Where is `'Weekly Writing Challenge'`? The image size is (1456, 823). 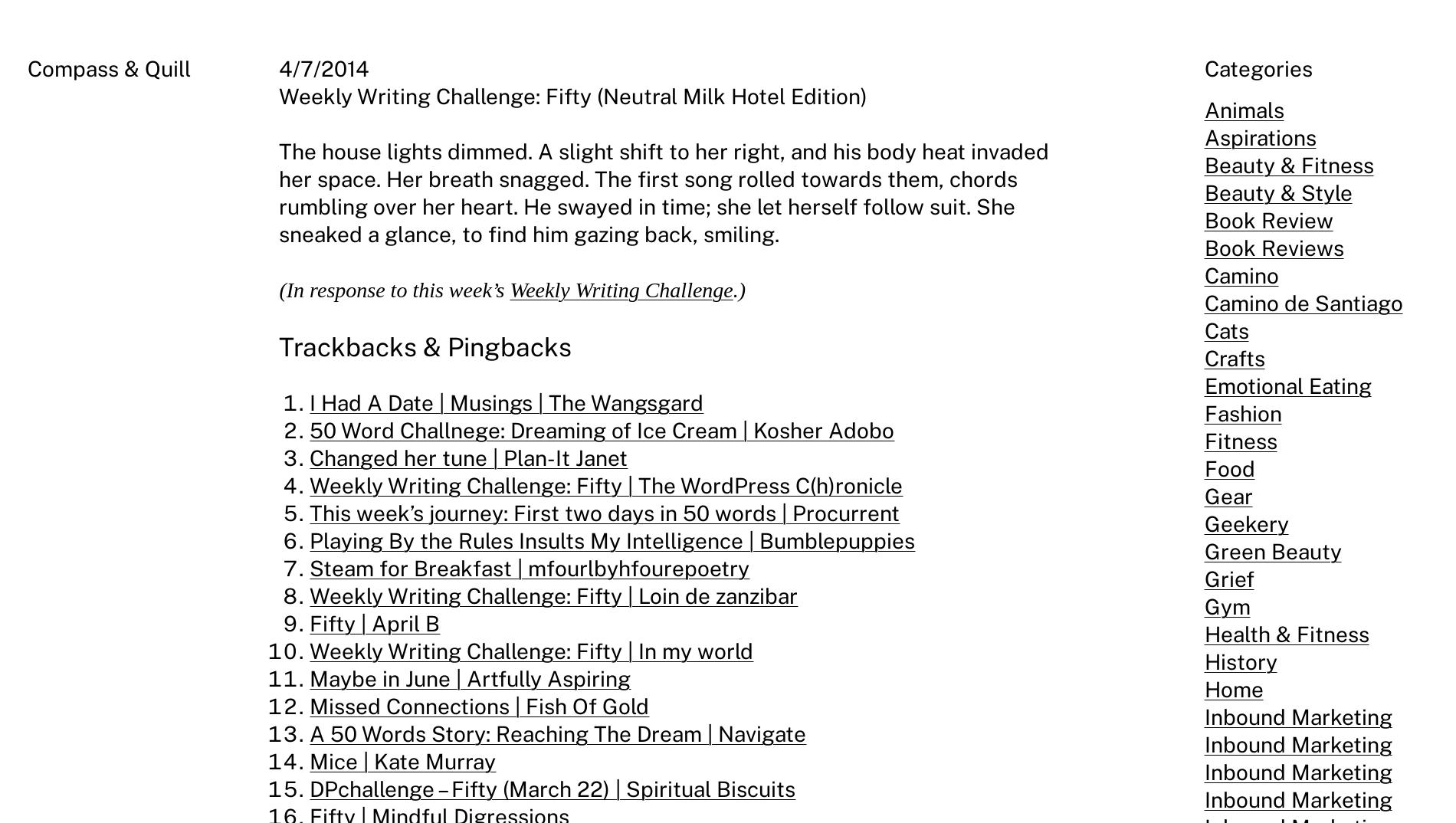
'Weekly Writing Challenge' is located at coordinates (620, 290).